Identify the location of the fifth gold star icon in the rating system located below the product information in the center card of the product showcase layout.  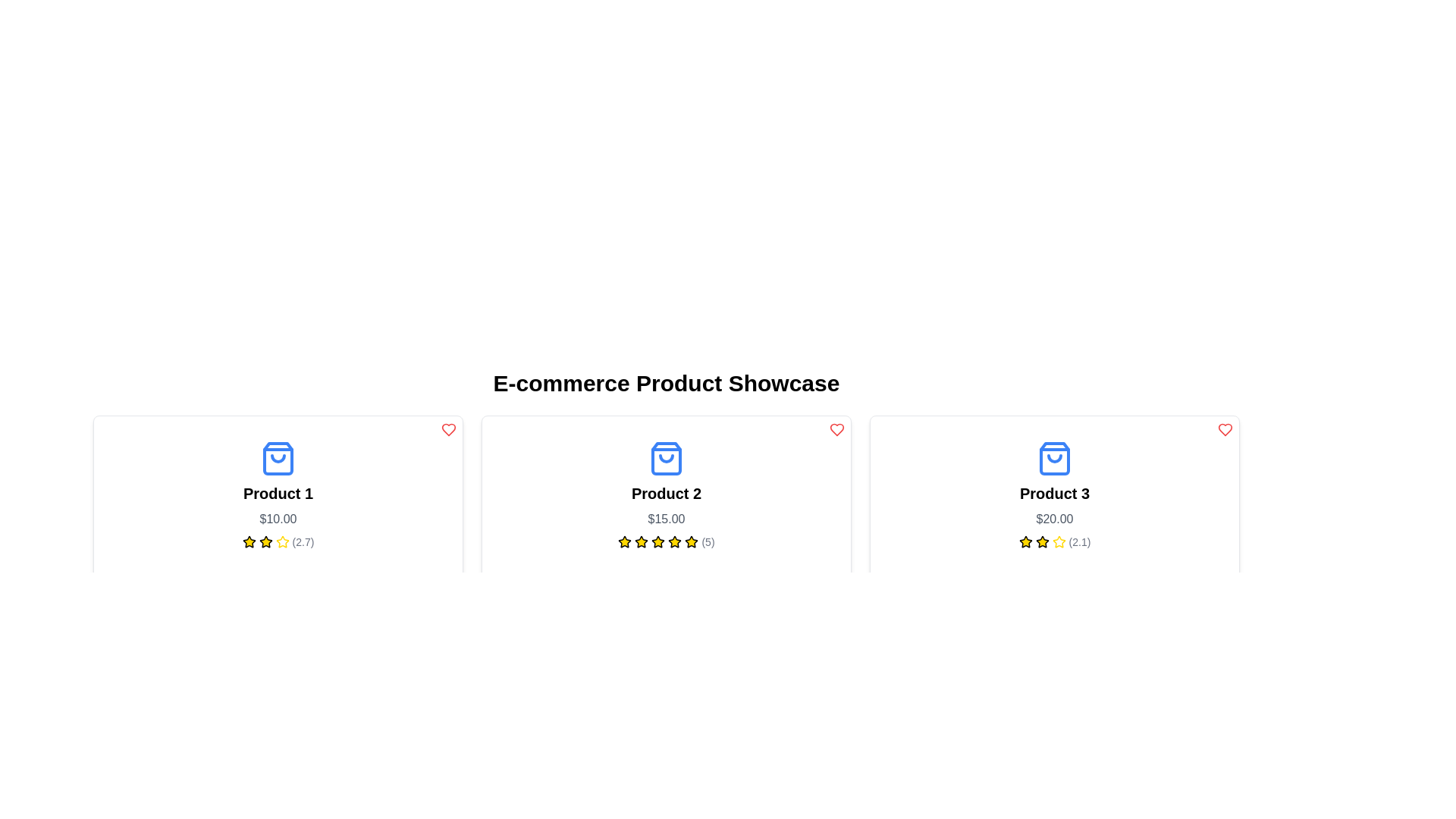
(674, 541).